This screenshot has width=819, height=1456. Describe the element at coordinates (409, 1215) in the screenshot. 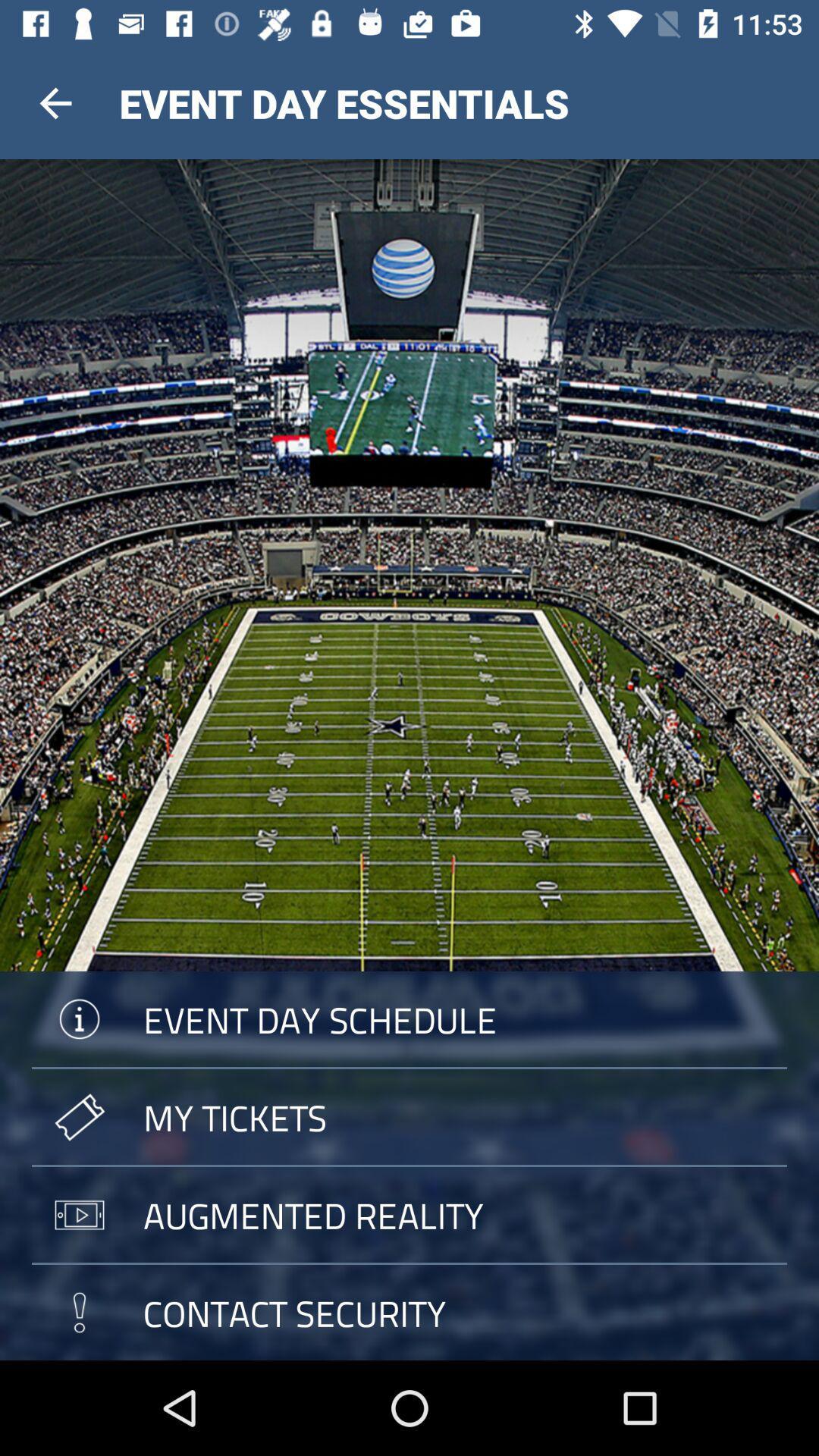

I see `the augmented reality item` at that location.